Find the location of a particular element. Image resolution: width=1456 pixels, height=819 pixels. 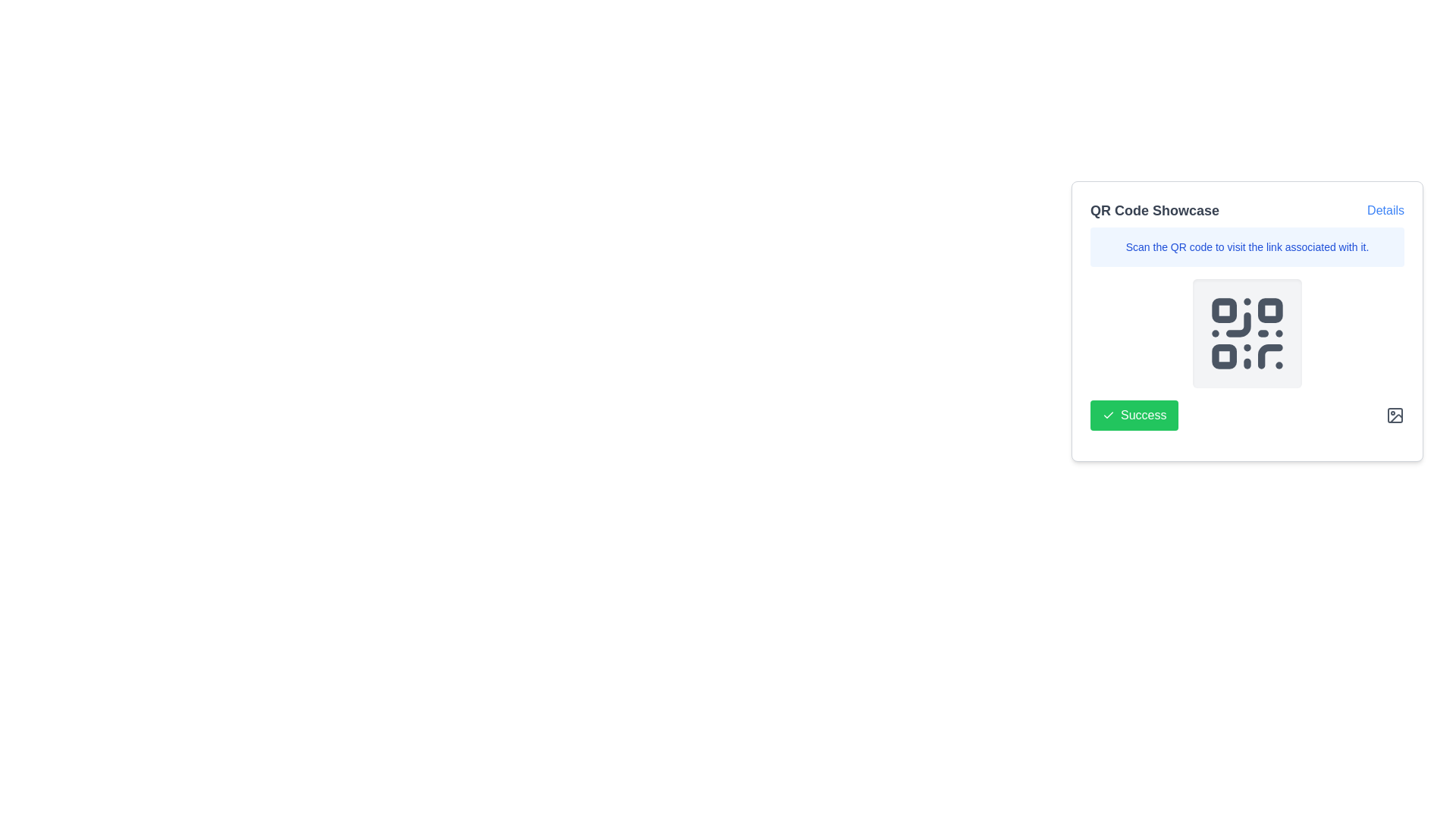

the decorative square element located in the top-right corner of the QR code grid, specifically the second square horizontally in the first row is located at coordinates (1270, 309).